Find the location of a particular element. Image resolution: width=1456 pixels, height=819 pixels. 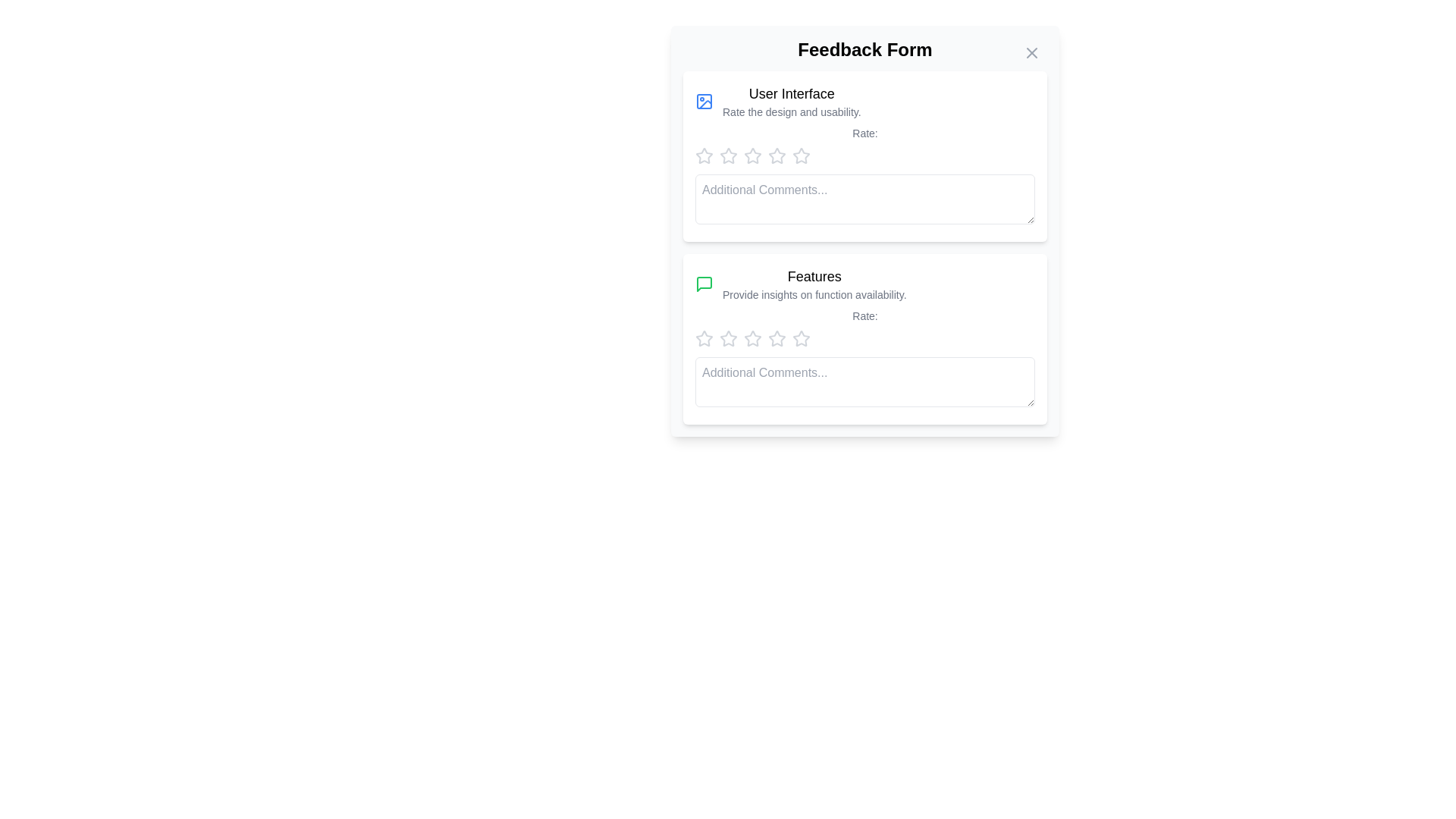

the fifth star in the interactive star rating icon to rate the 'User Interface' is located at coordinates (777, 155).